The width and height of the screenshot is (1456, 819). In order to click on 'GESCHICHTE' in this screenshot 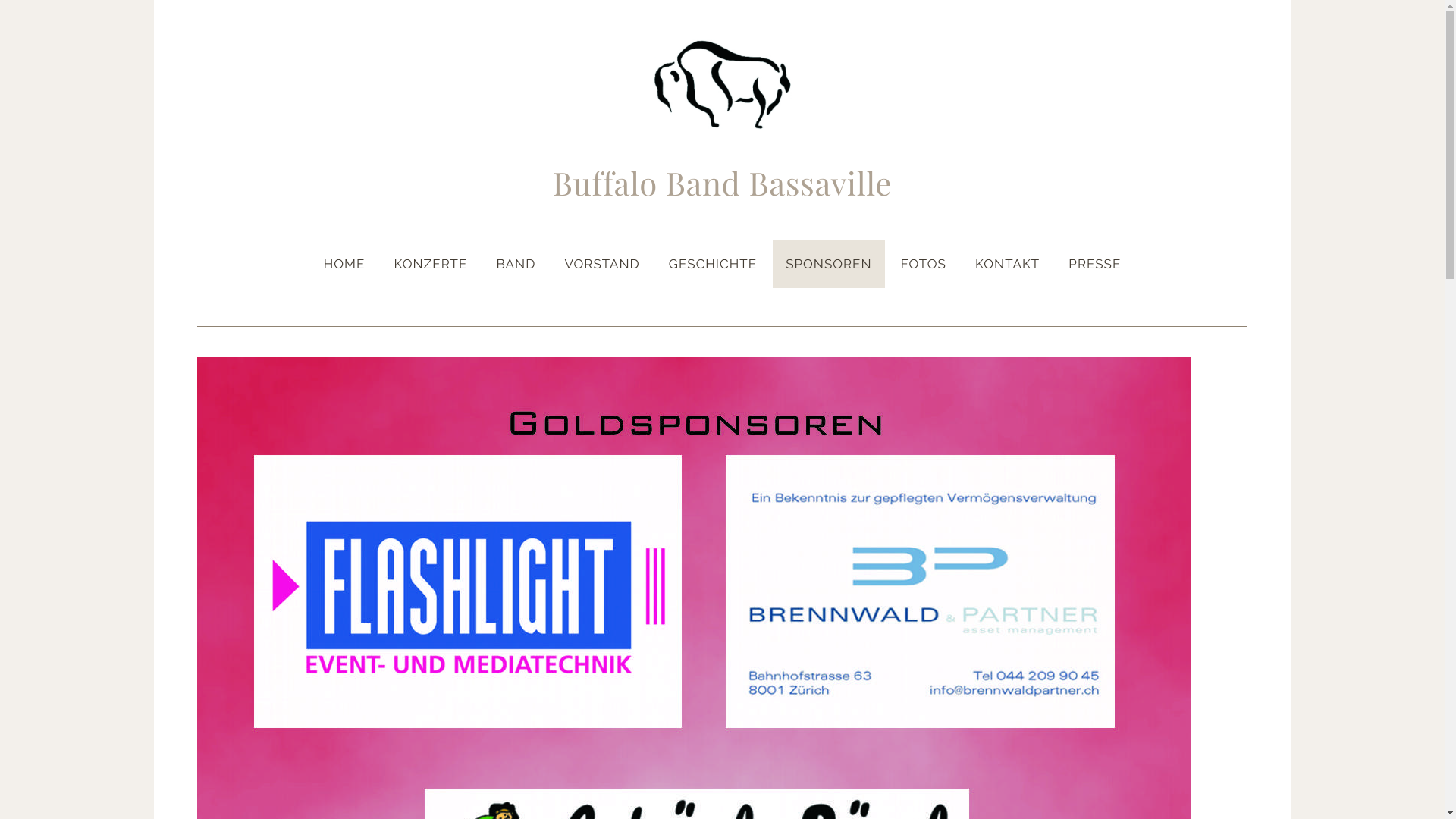, I will do `click(712, 262)`.